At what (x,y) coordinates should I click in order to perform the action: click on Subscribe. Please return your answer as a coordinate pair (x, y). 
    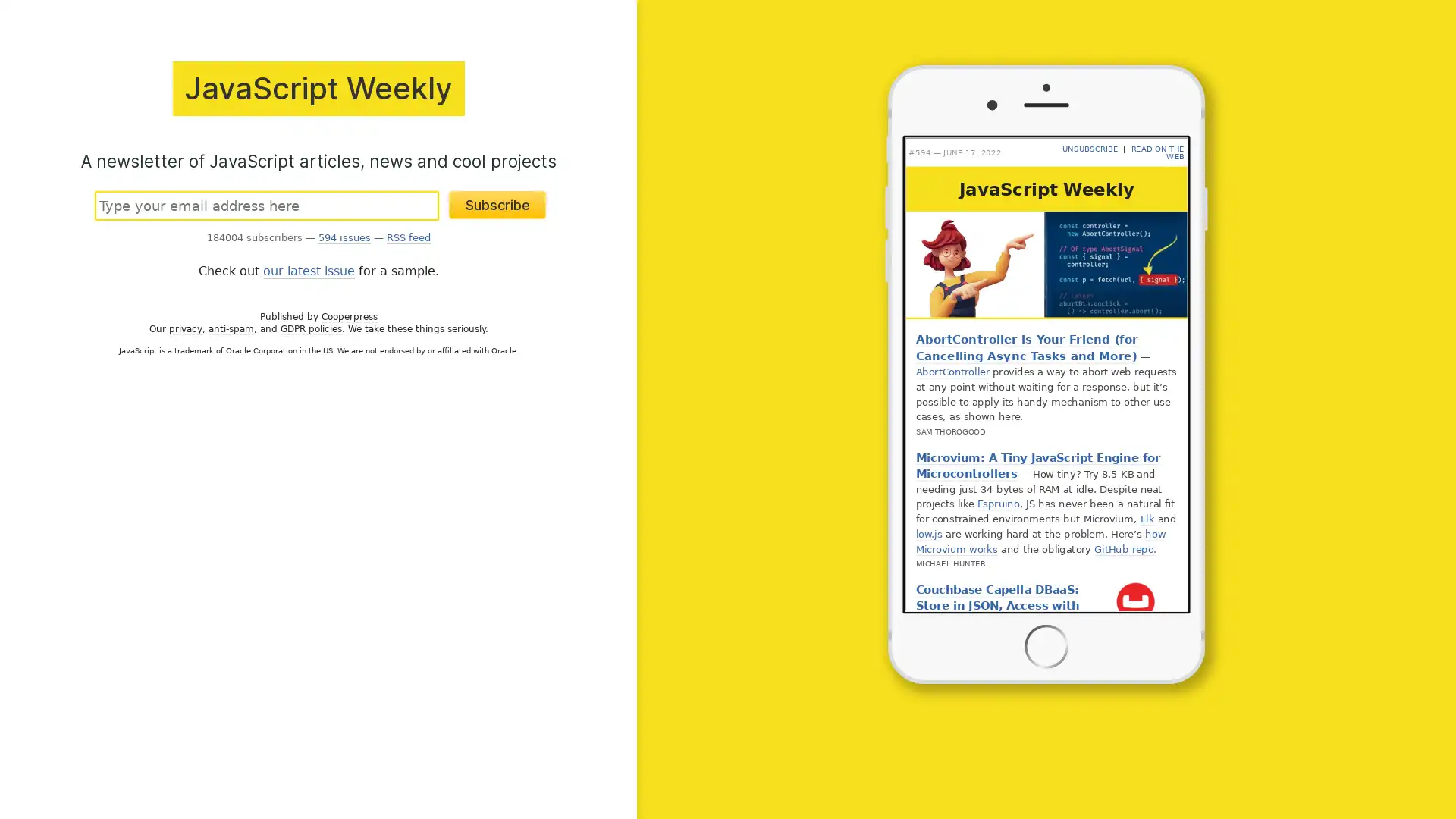
    Looking at the image, I should click on (497, 203).